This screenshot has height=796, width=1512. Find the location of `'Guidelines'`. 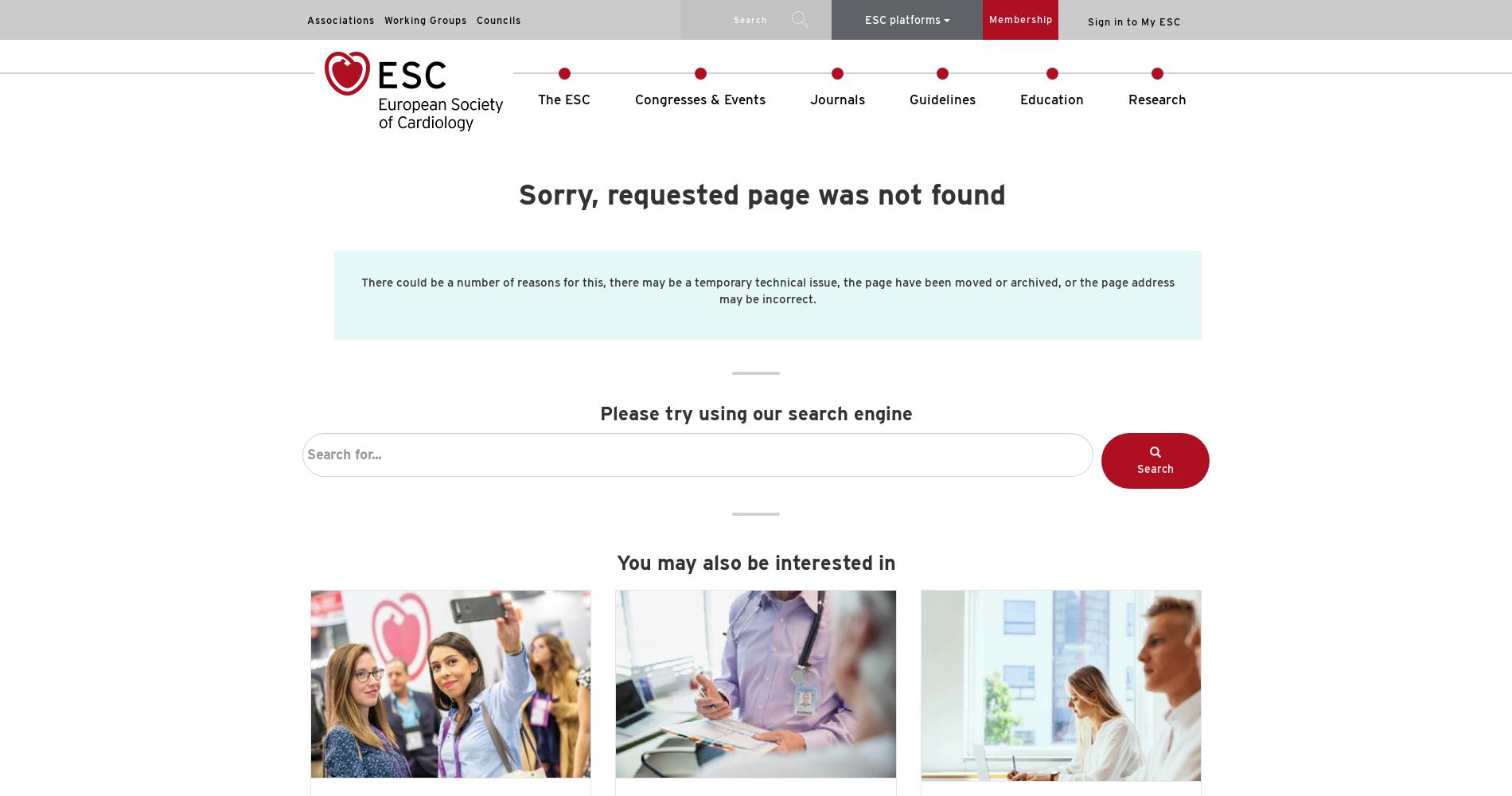

'Guidelines' is located at coordinates (942, 99).